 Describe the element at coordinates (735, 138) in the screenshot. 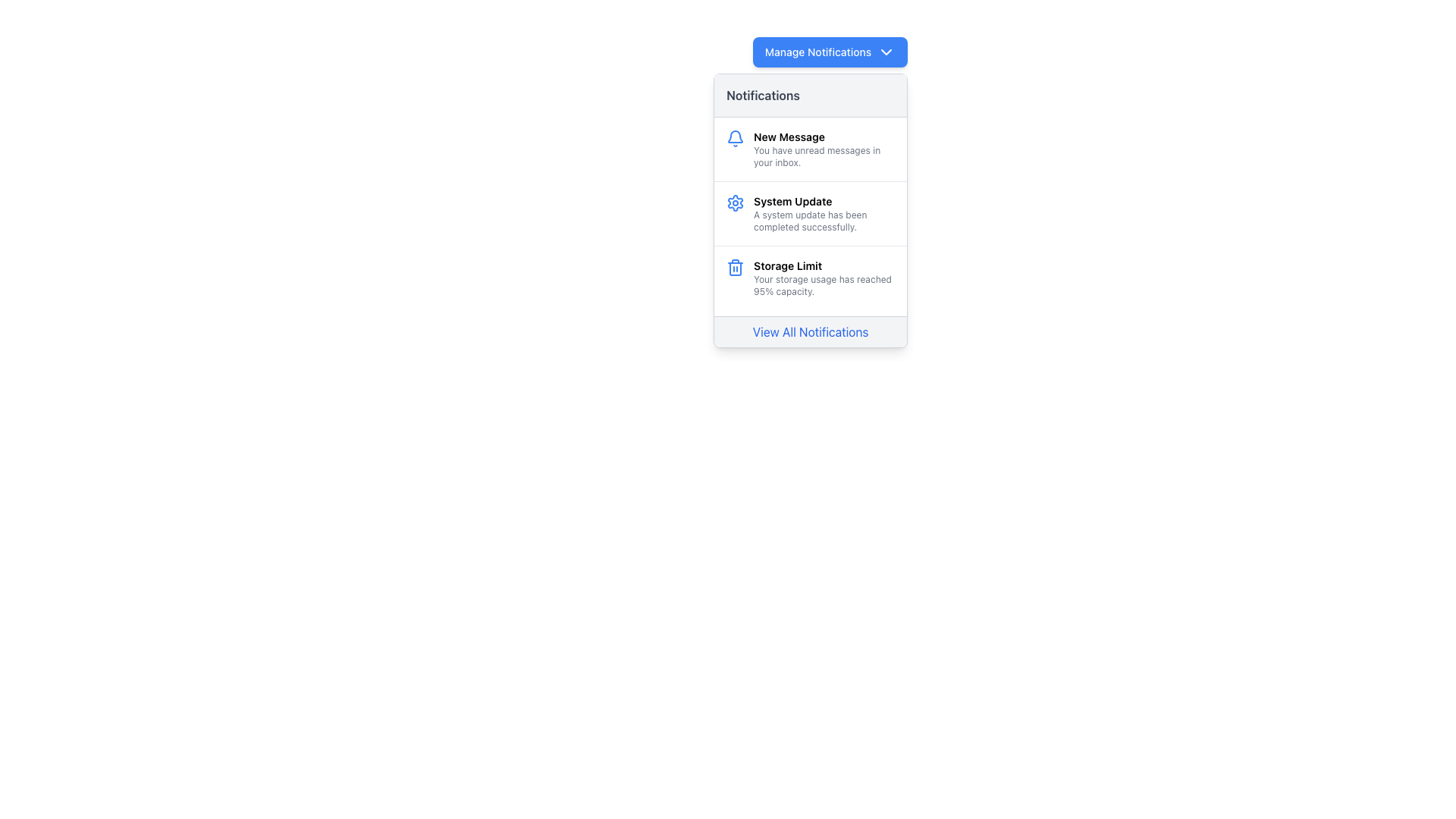

I see `the blue bell icon with a thin, outlined design located next to the 'New Message' text in the top-left corner of the notification box` at that location.